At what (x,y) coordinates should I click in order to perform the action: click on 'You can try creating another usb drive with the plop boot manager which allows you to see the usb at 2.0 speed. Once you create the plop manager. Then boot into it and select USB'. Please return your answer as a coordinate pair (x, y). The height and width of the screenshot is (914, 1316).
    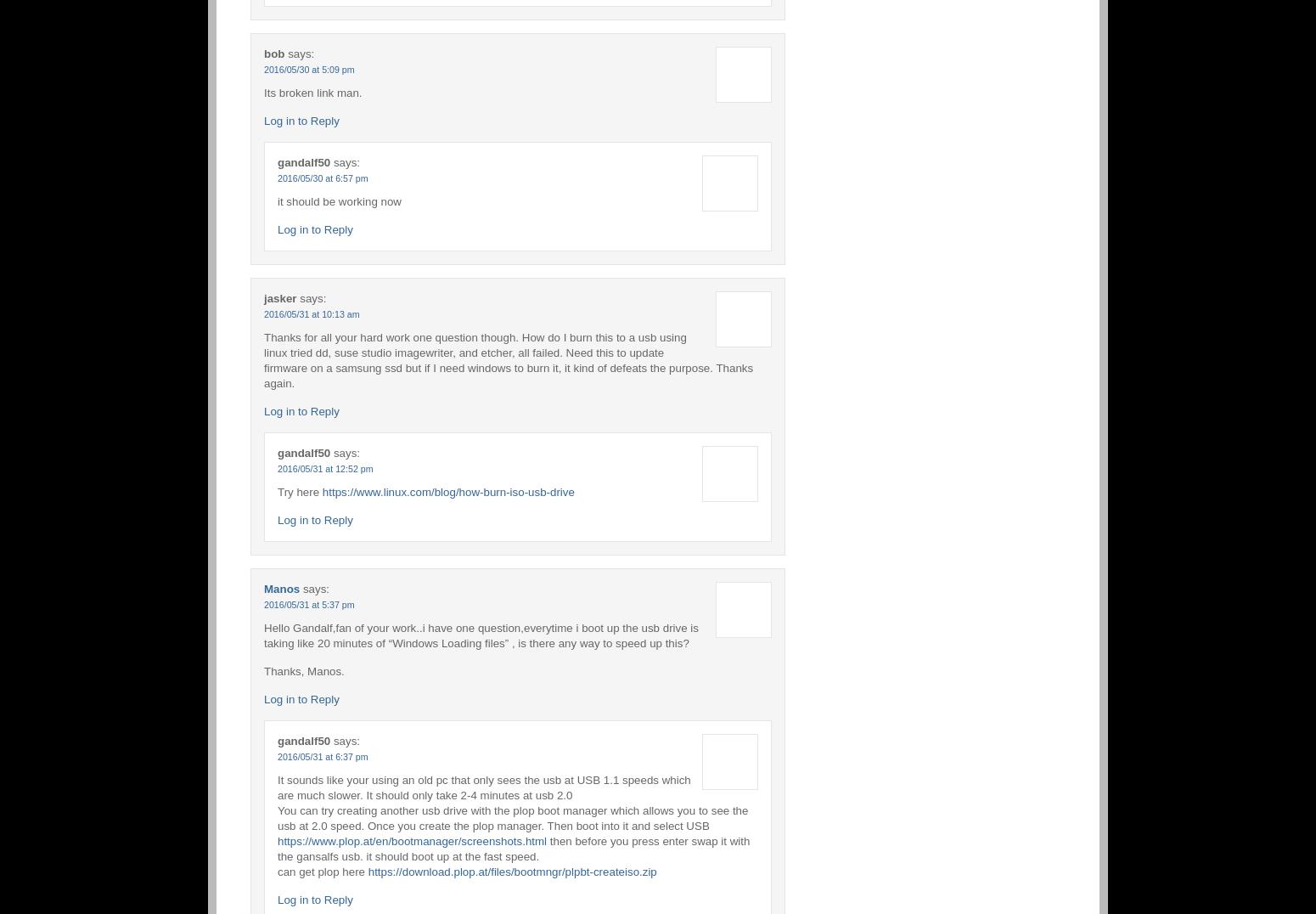
    Looking at the image, I should click on (277, 817).